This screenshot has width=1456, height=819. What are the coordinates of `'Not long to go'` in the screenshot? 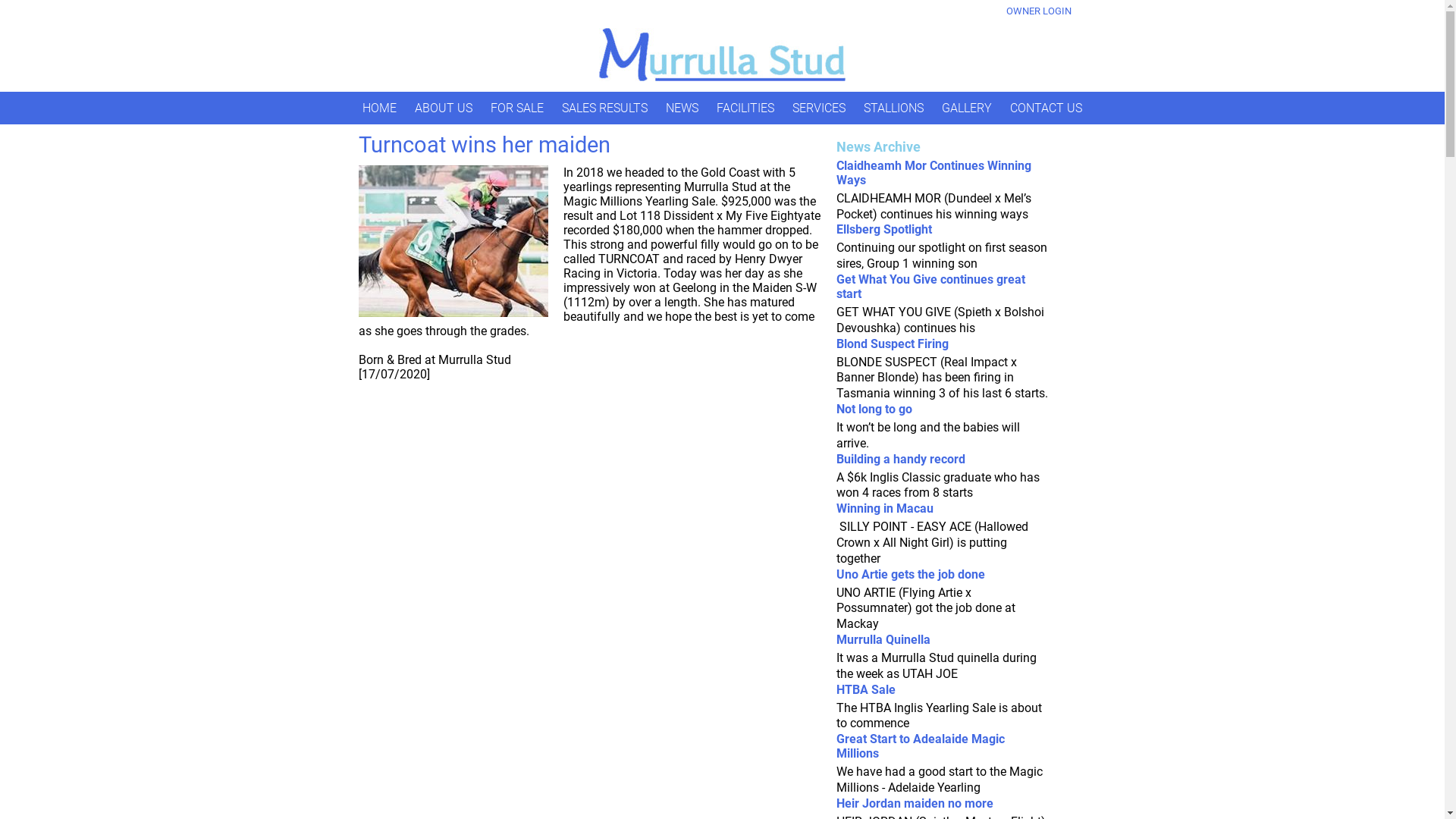 It's located at (874, 408).